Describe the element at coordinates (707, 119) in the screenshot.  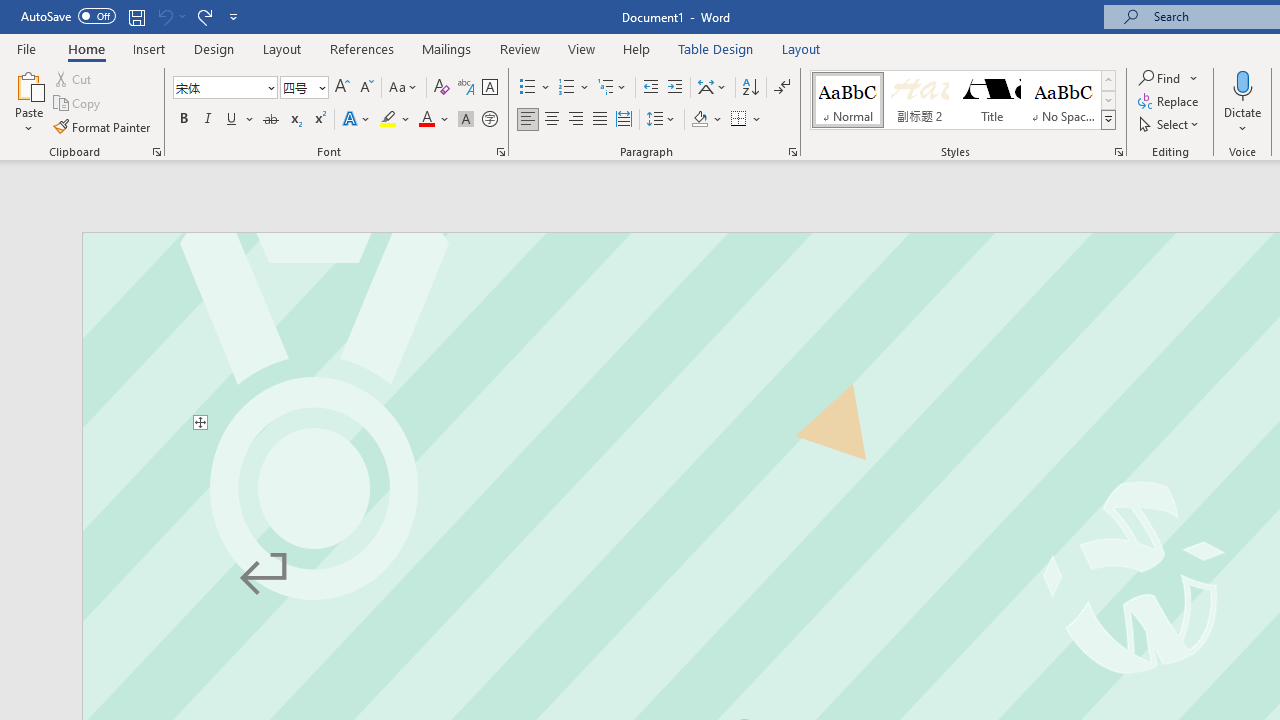
I see `'Shading'` at that location.